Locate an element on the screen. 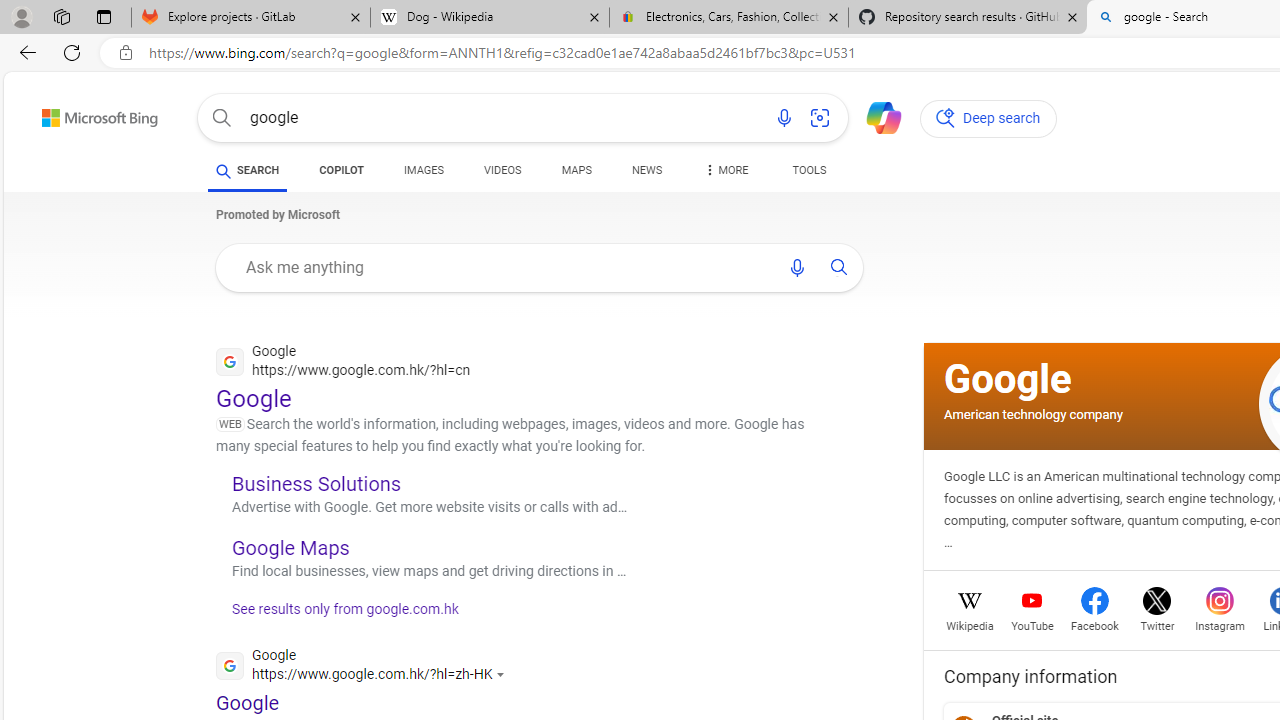 The width and height of the screenshot is (1280, 720). 'Wikipedia' is located at coordinates (970, 623).